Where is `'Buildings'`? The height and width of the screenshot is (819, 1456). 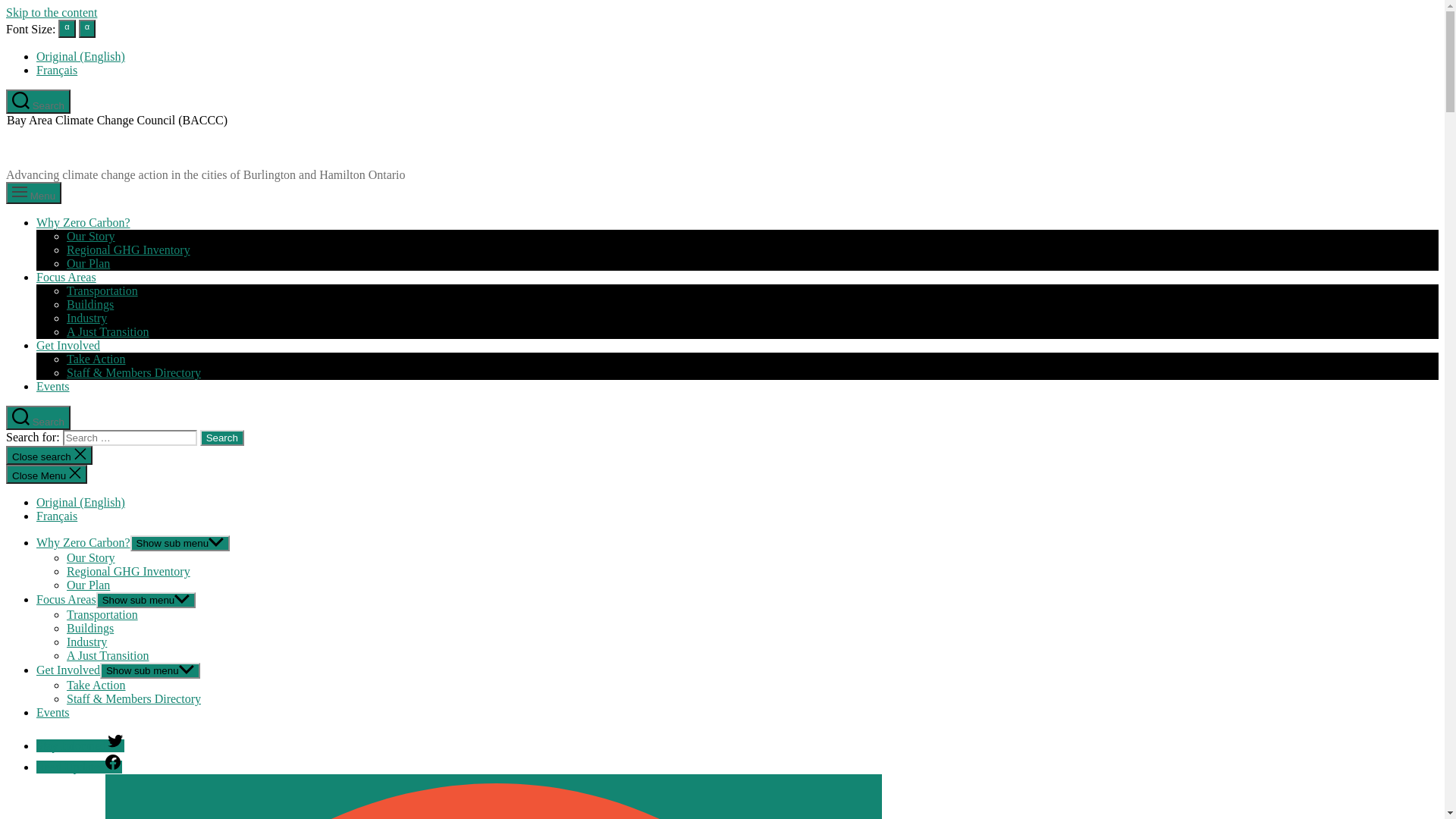 'Buildings' is located at coordinates (89, 628).